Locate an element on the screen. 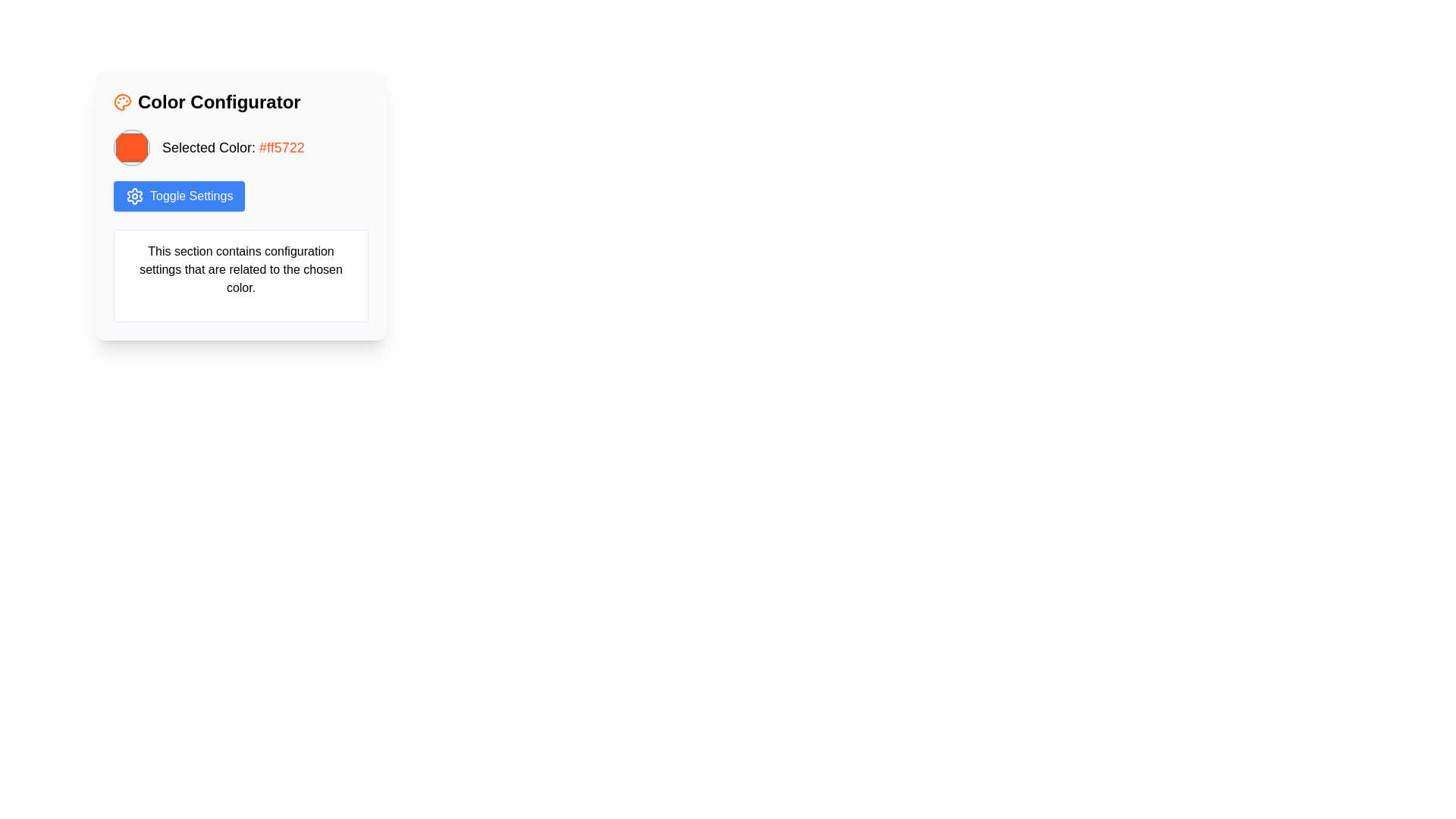 The width and height of the screenshot is (1456, 819). the circular orange palette icon located at the top-left corner of the 'Color Configurator' panel, which serves as an identifier for color selection is located at coordinates (123, 102).